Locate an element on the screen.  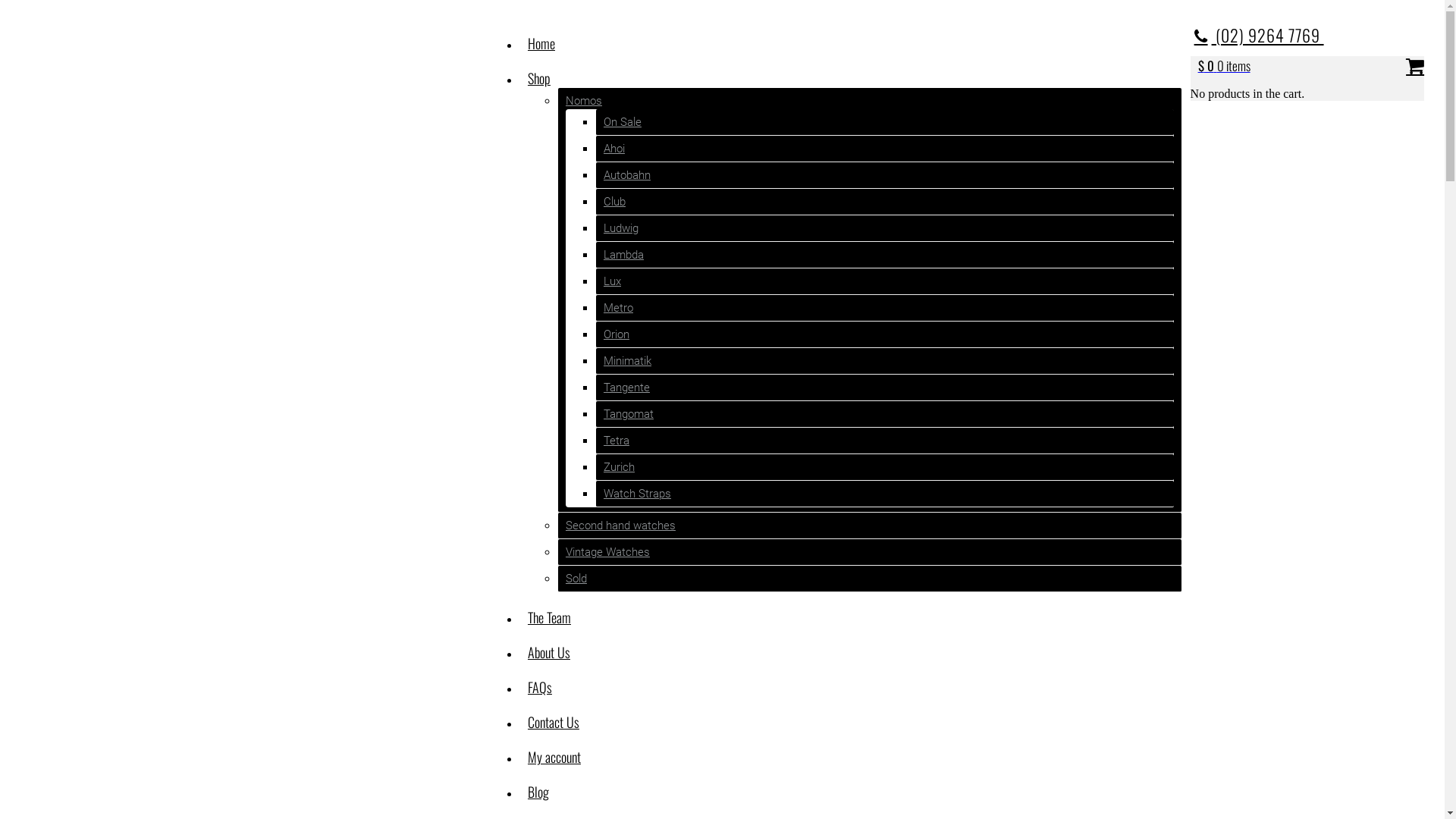
'$ 0 0 items' is located at coordinates (1224, 66).